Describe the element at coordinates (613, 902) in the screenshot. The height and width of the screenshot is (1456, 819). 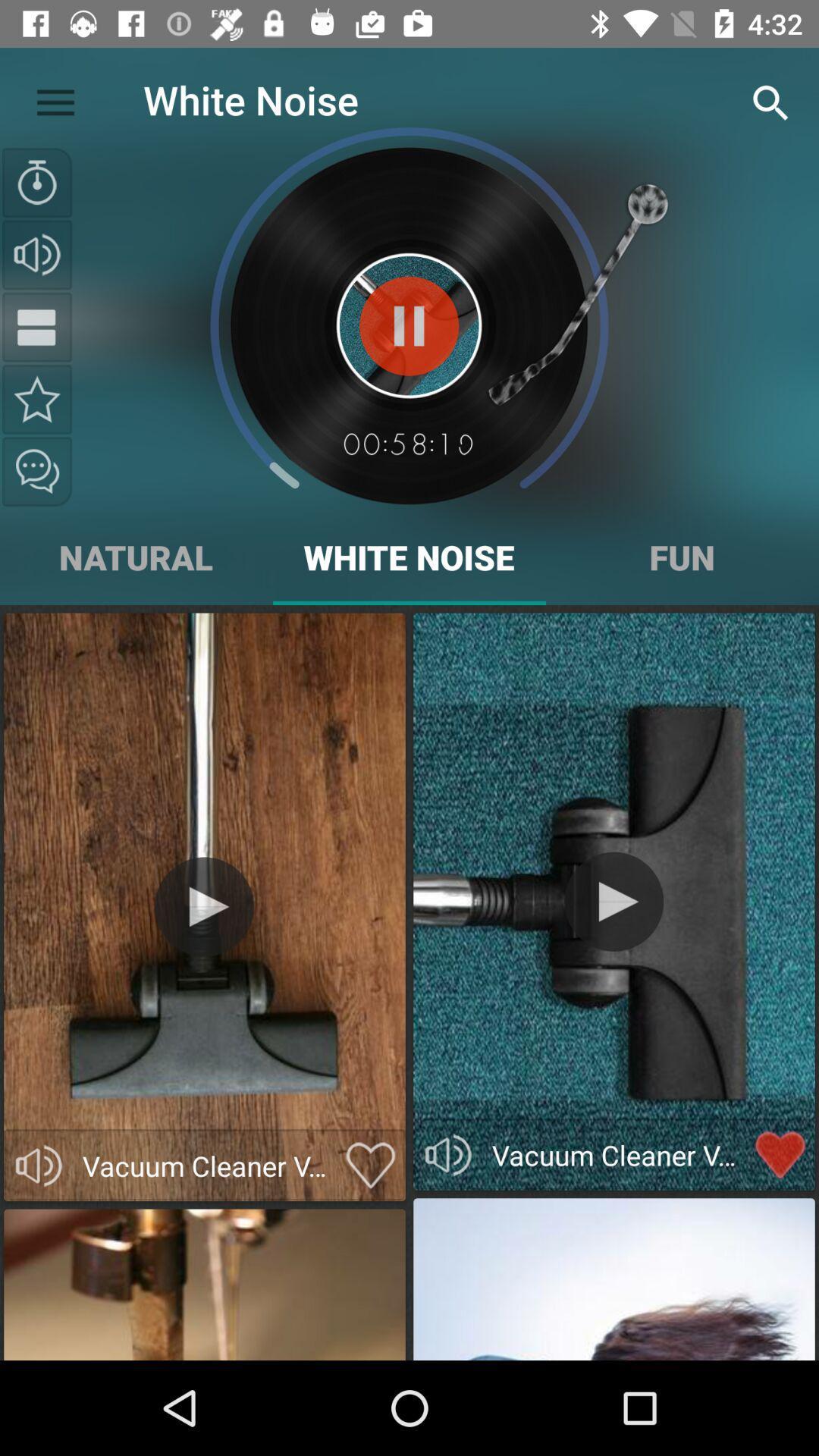
I see `video` at that location.